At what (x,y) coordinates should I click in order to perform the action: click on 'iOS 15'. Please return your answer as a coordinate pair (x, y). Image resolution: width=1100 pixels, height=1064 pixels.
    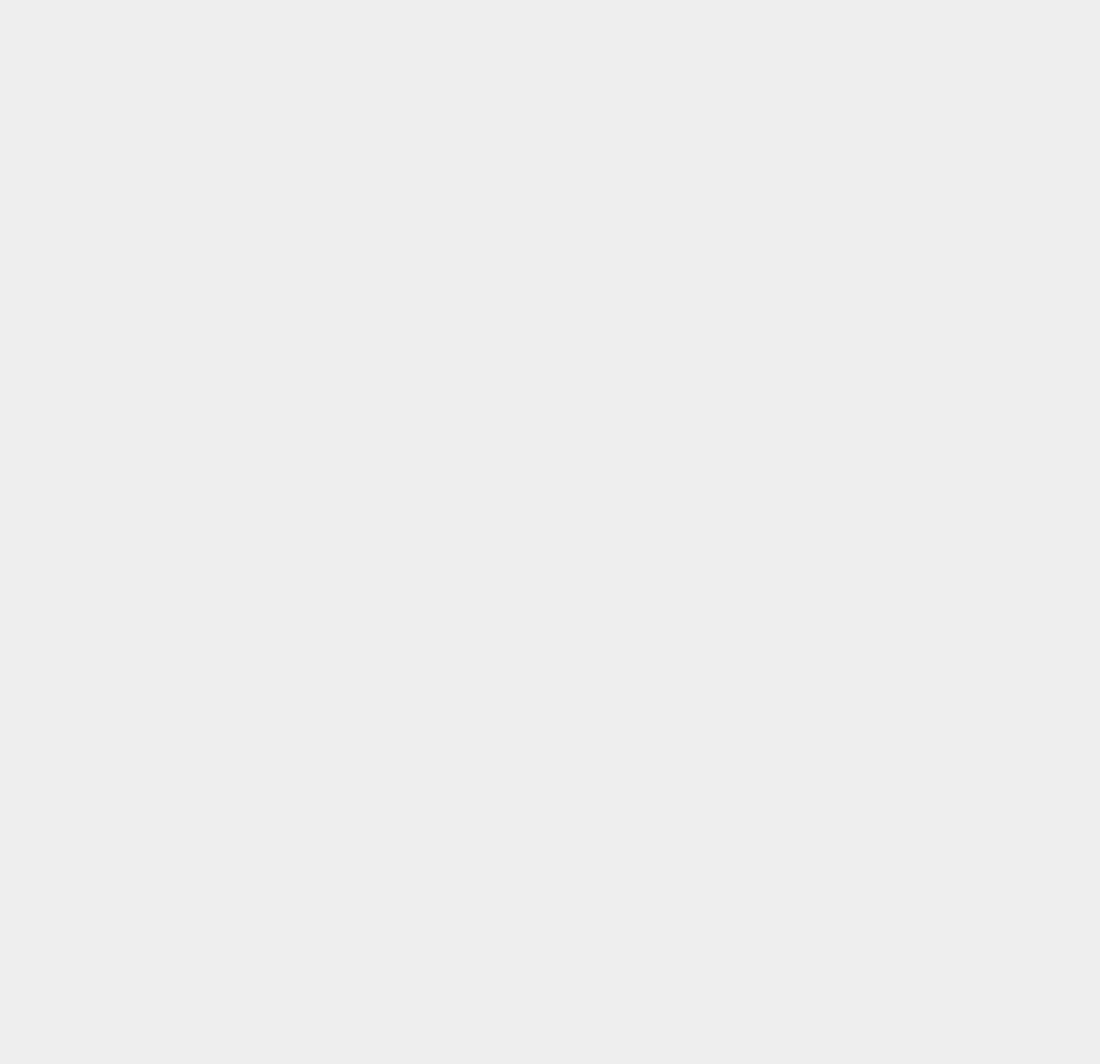
    Looking at the image, I should click on (798, 653).